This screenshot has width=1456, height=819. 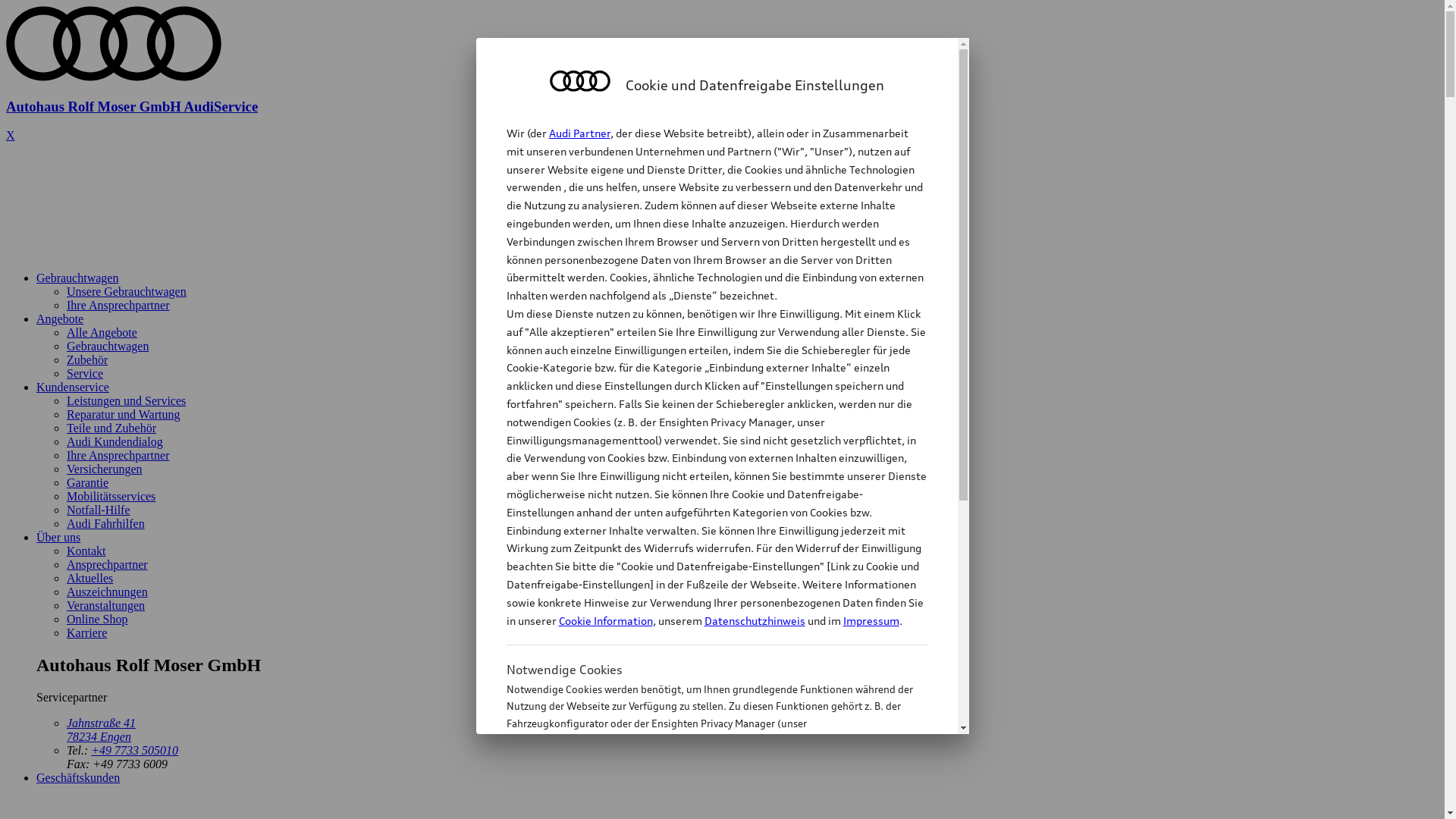 I want to click on 'Alle Angebote', so click(x=101, y=331).